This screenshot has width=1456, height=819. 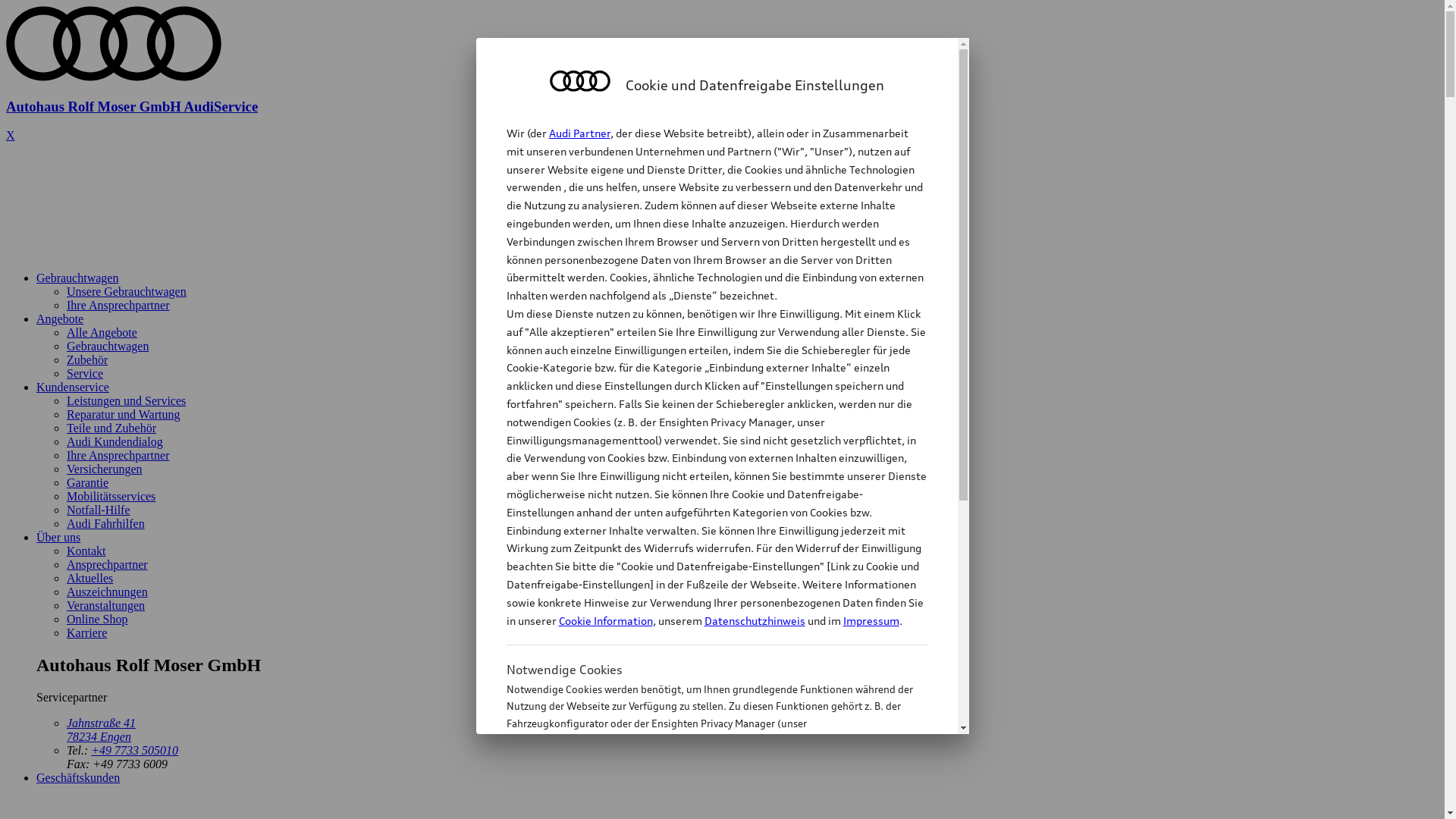 I want to click on 'Alle Angebote', so click(x=101, y=331).